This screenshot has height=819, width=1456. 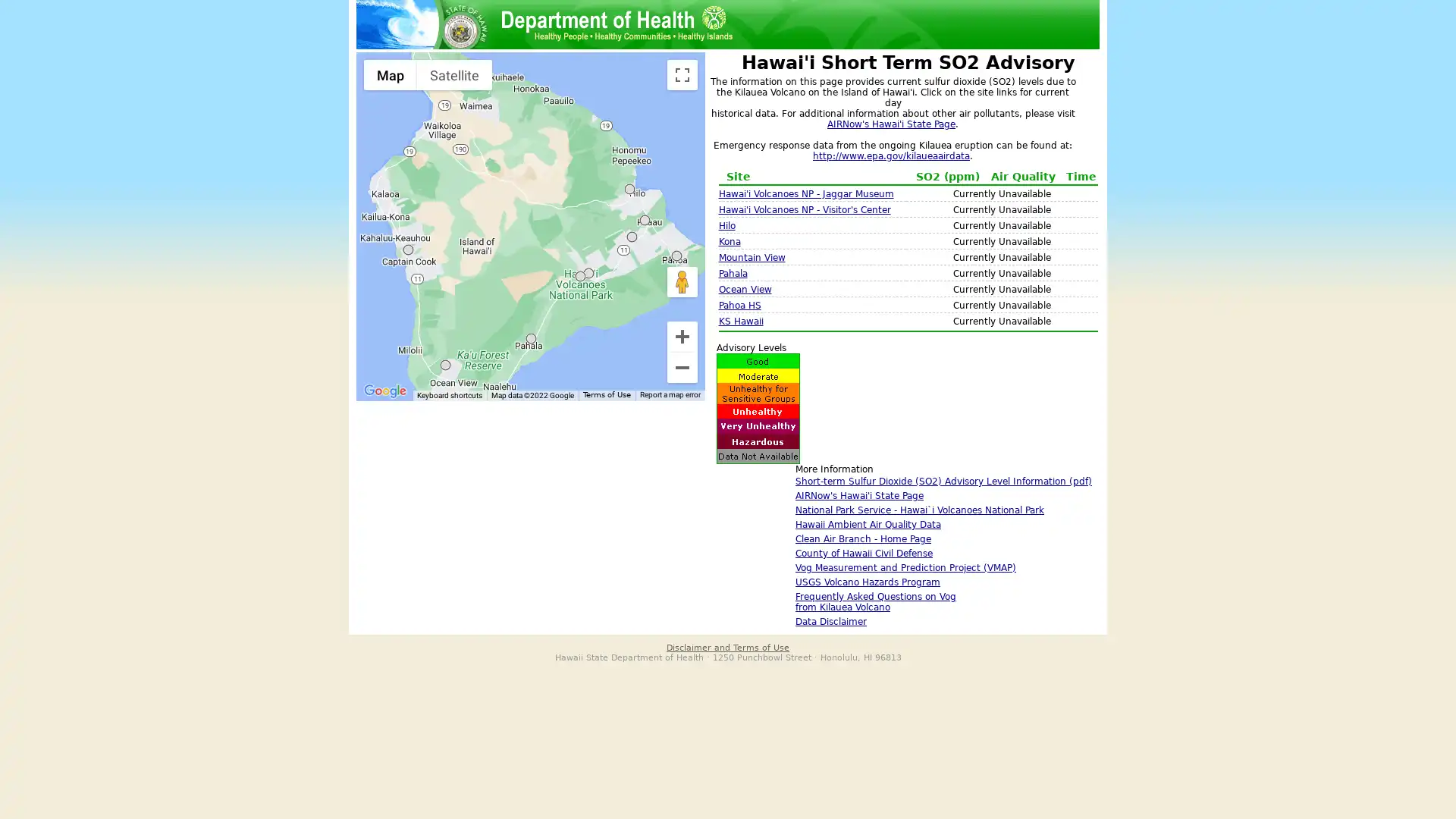 What do you see at coordinates (682, 75) in the screenshot?
I see `Toggle fullscreen view` at bounding box center [682, 75].